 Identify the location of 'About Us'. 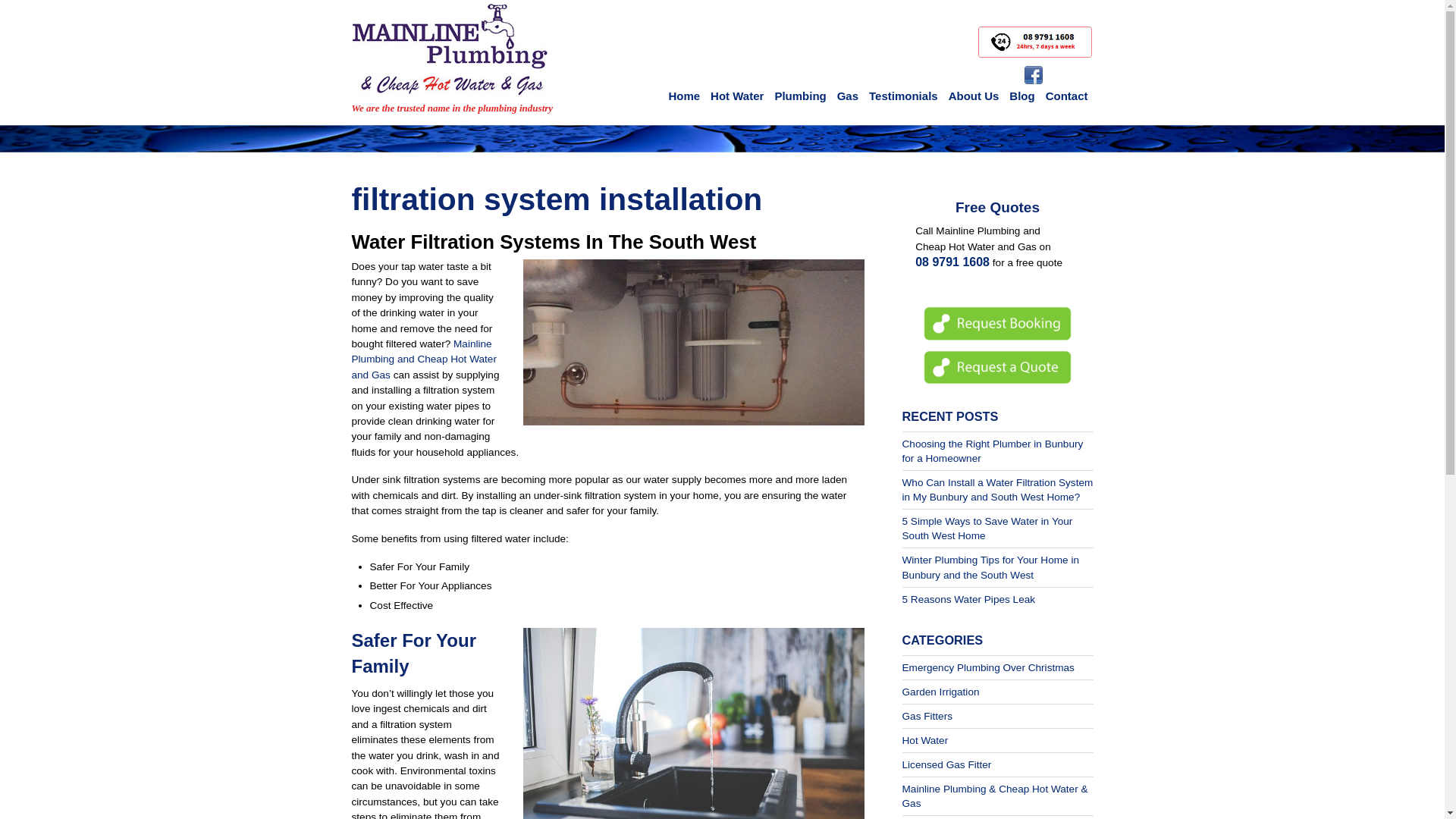
(974, 96).